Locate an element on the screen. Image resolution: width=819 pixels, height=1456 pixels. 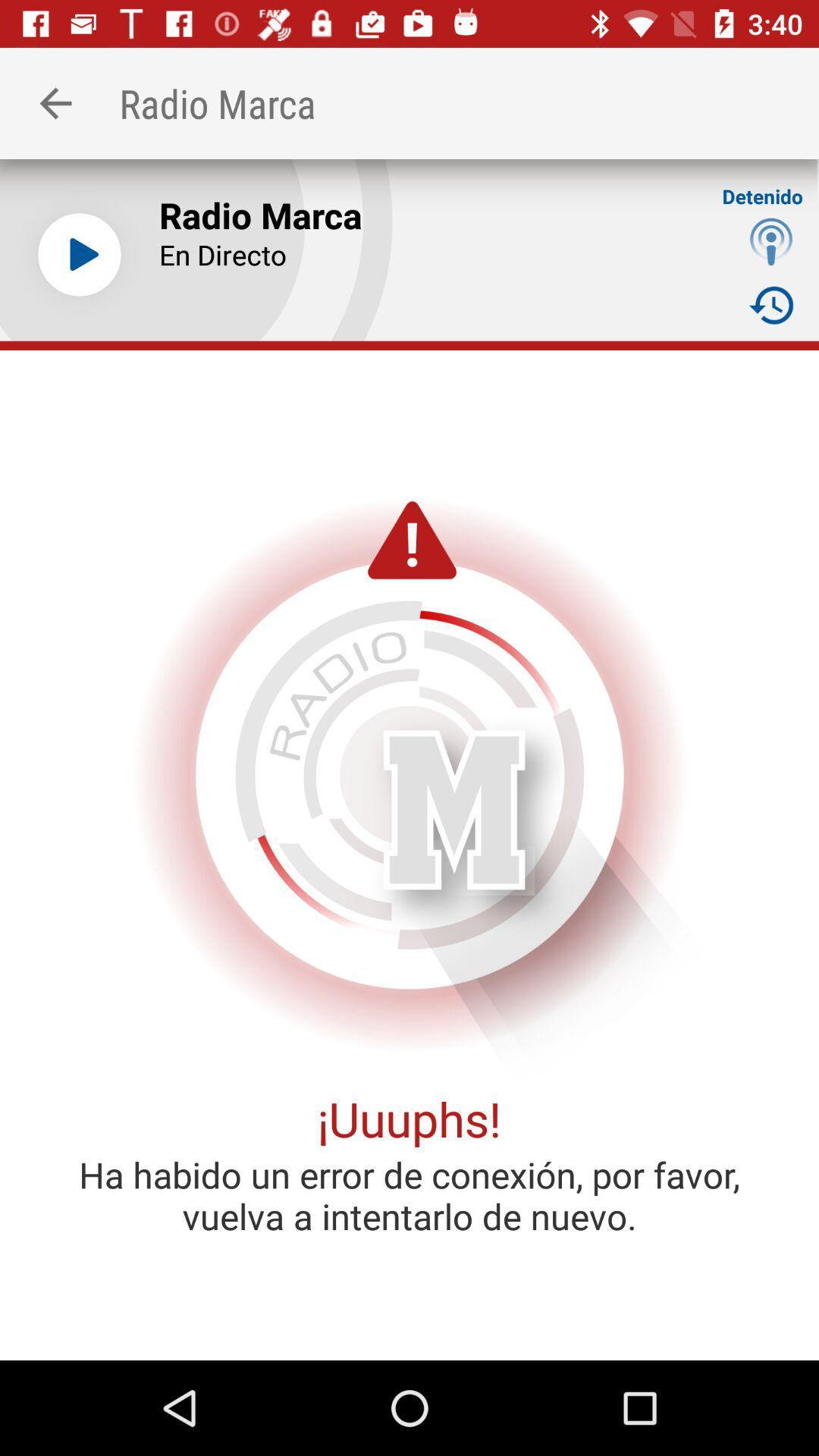
item next to the radio marca is located at coordinates (79, 255).